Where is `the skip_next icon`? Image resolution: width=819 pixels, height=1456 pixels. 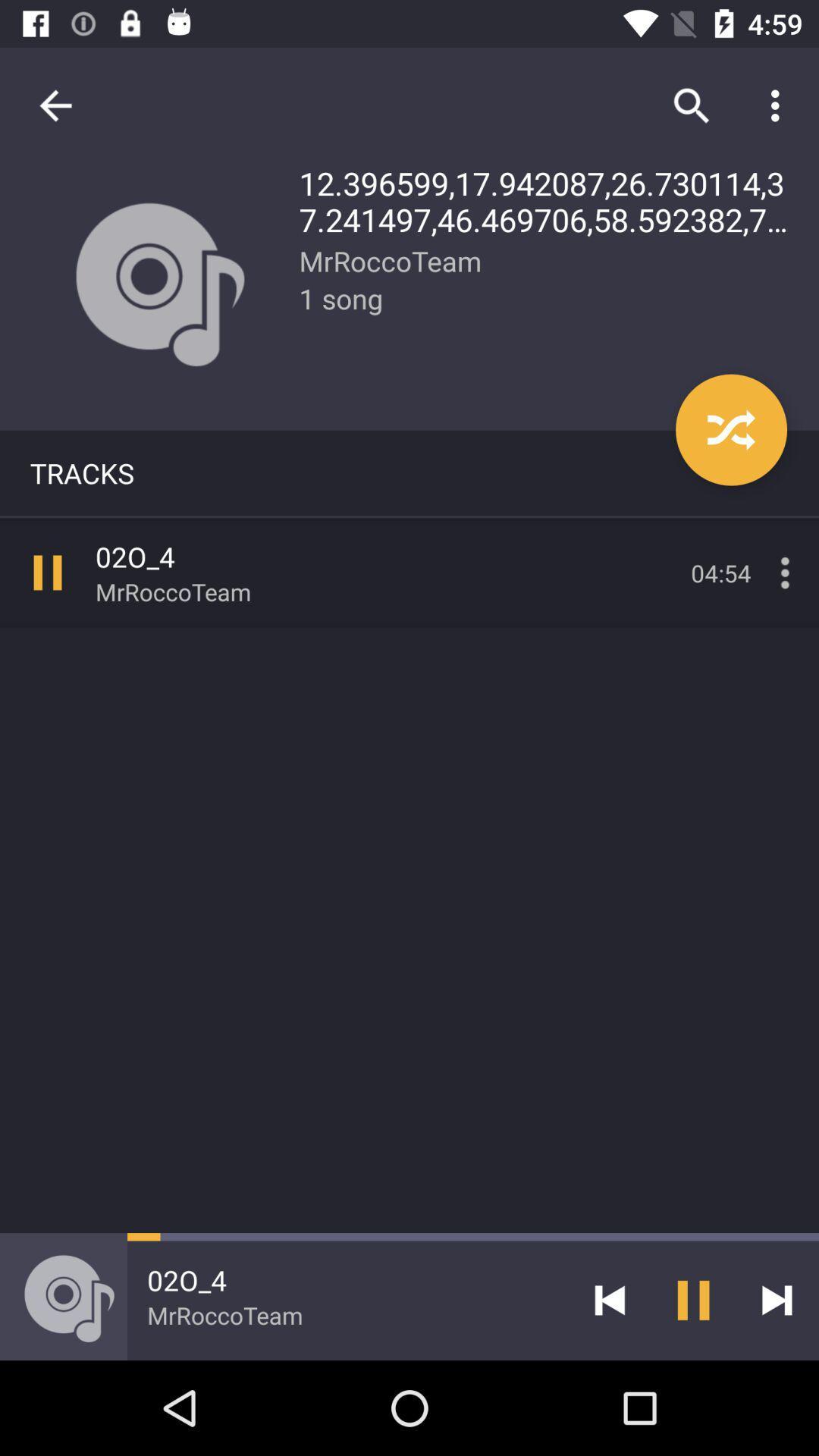
the skip_next icon is located at coordinates (777, 1299).